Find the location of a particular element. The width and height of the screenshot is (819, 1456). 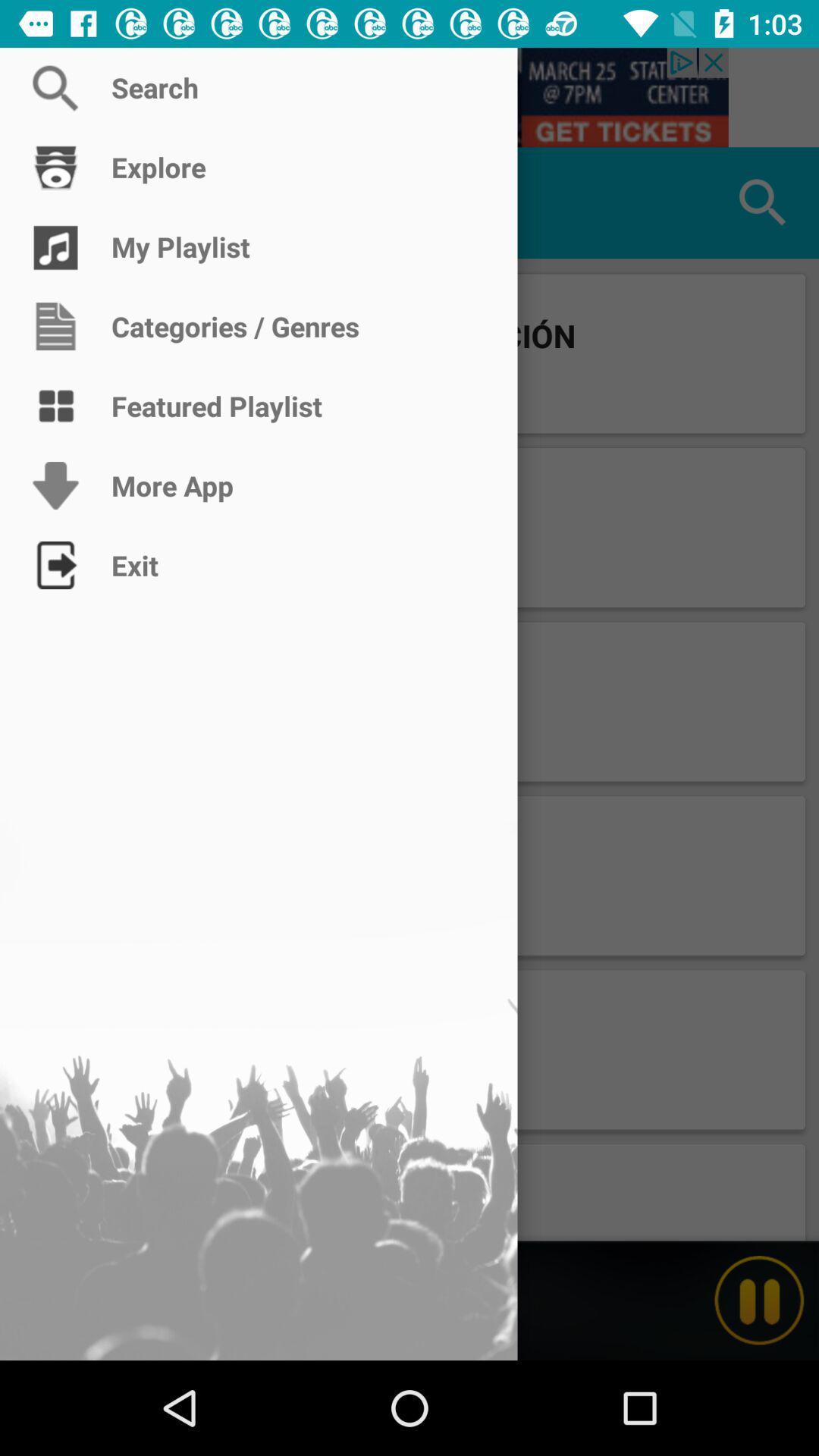

pause video button is located at coordinates (759, 1300).